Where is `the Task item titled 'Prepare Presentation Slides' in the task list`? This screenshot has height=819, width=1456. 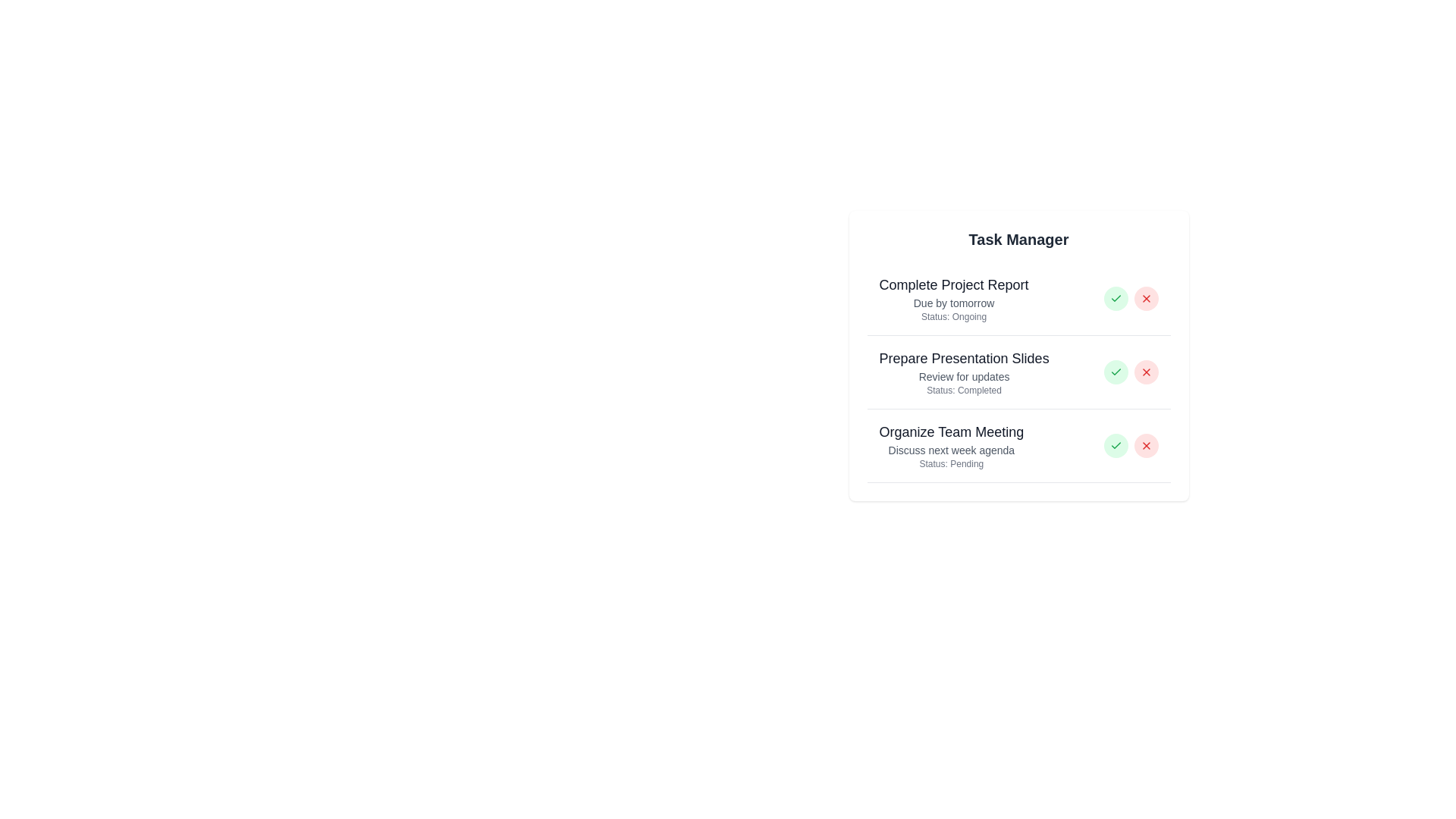 the Task item titled 'Prepare Presentation Slides' in the task list is located at coordinates (1018, 372).